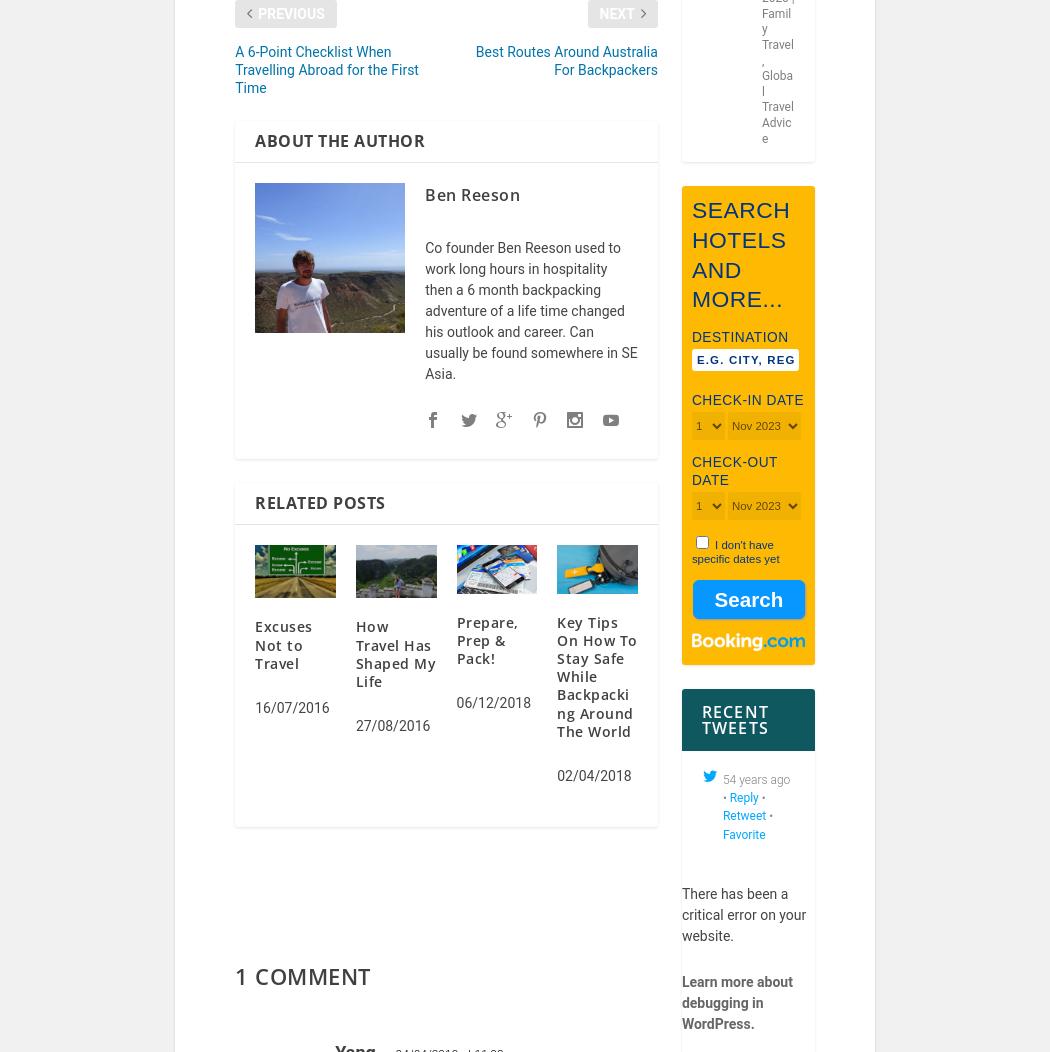 Image resolution: width=1050 pixels, height=1052 pixels. I want to click on '54 years ago •', so click(756, 802).